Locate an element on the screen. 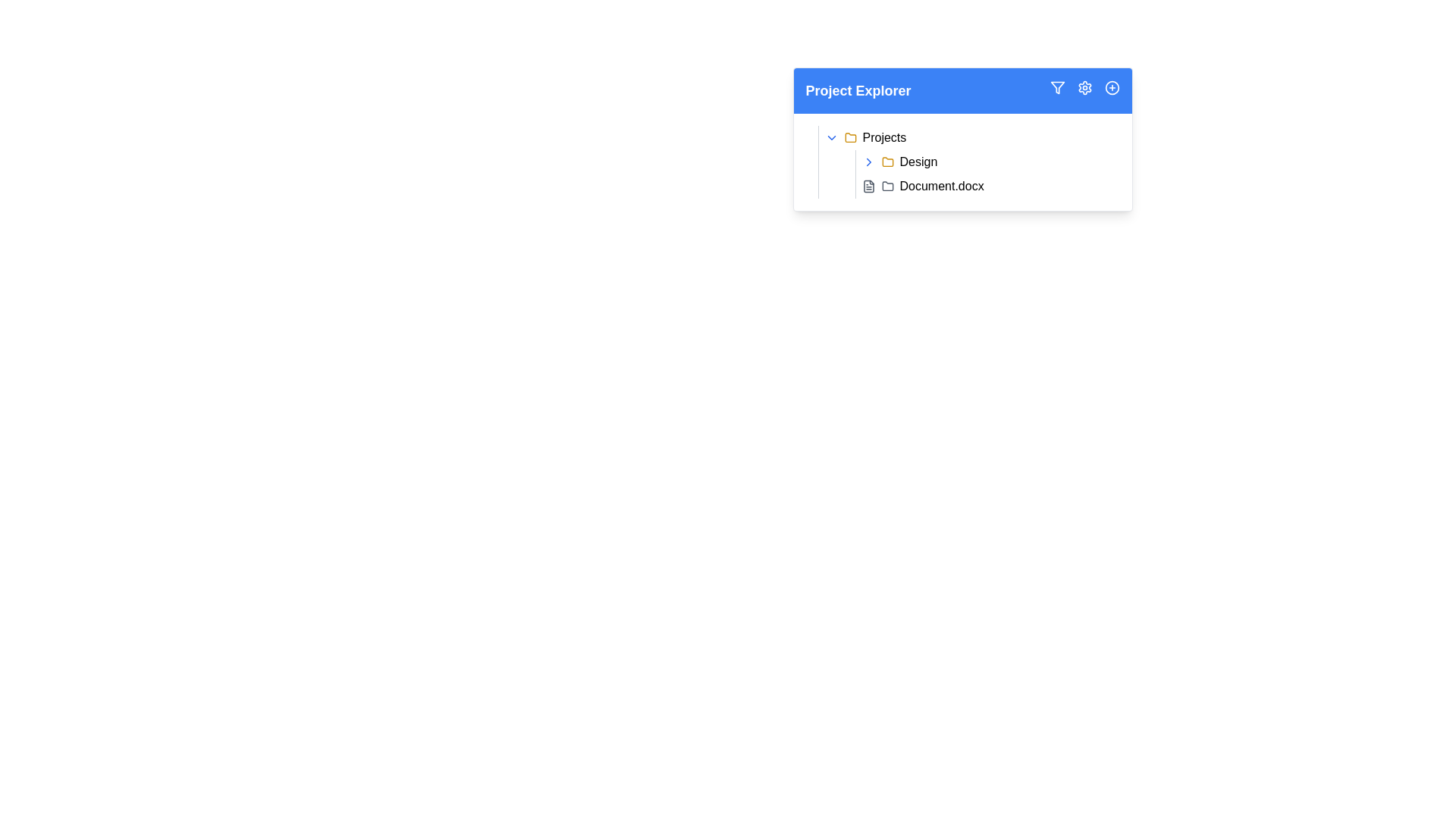 Image resolution: width=1456 pixels, height=819 pixels. the file icon represented by a gray document shape with a folded corner, located to the left of the 'Document.docx' label in the Project Explorer section is located at coordinates (868, 186).